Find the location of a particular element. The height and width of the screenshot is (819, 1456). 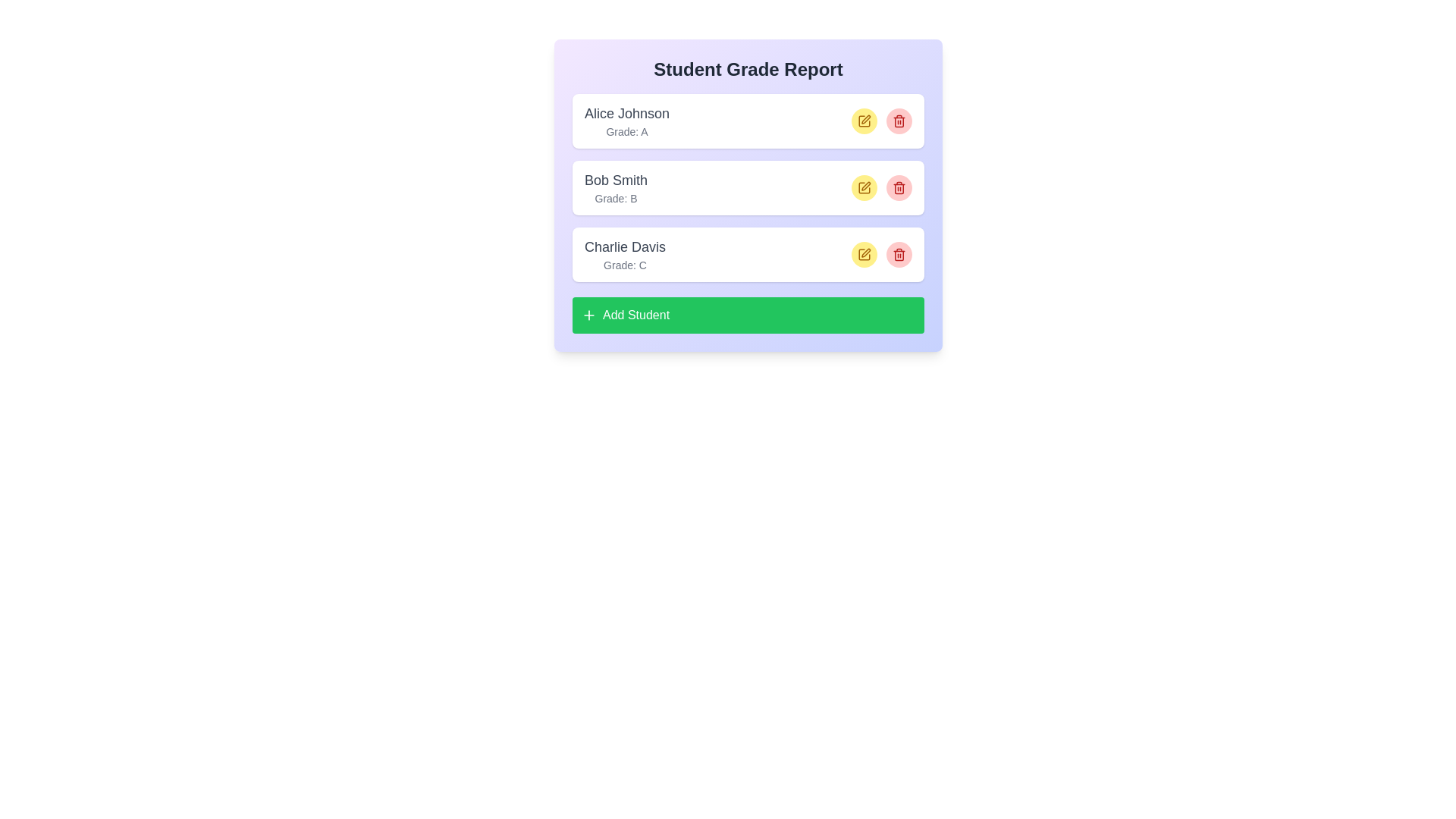

the 'Add Student' button to add a new student to the list is located at coordinates (748, 315).